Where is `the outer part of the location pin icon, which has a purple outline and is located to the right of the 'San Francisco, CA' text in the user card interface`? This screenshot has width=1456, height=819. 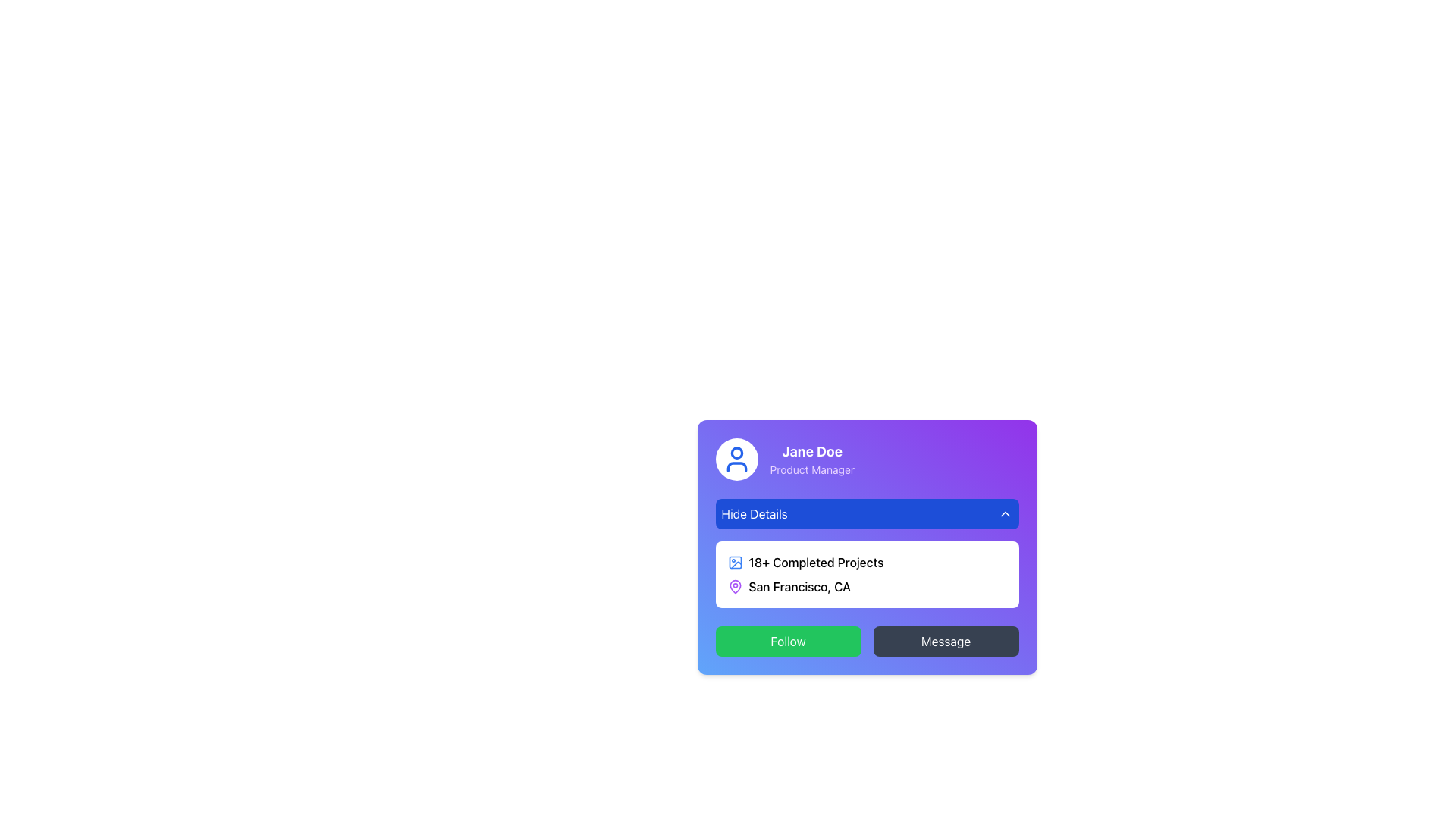
the outer part of the location pin icon, which has a purple outline and is located to the right of the 'San Francisco, CA' text in the user card interface is located at coordinates (735, 586).